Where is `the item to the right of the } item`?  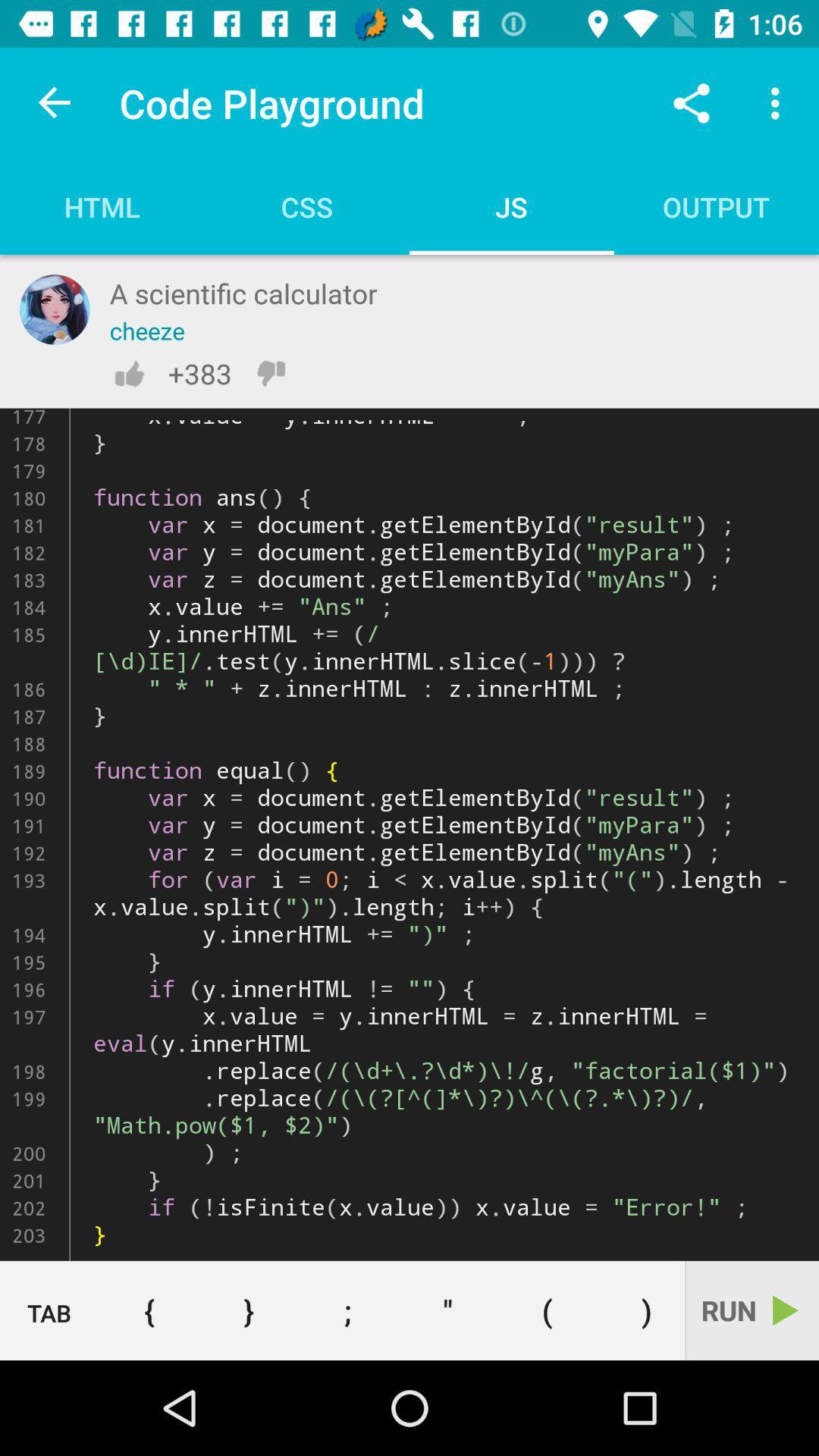 the item to the right of the } item is located at coordinates (348, 1310).